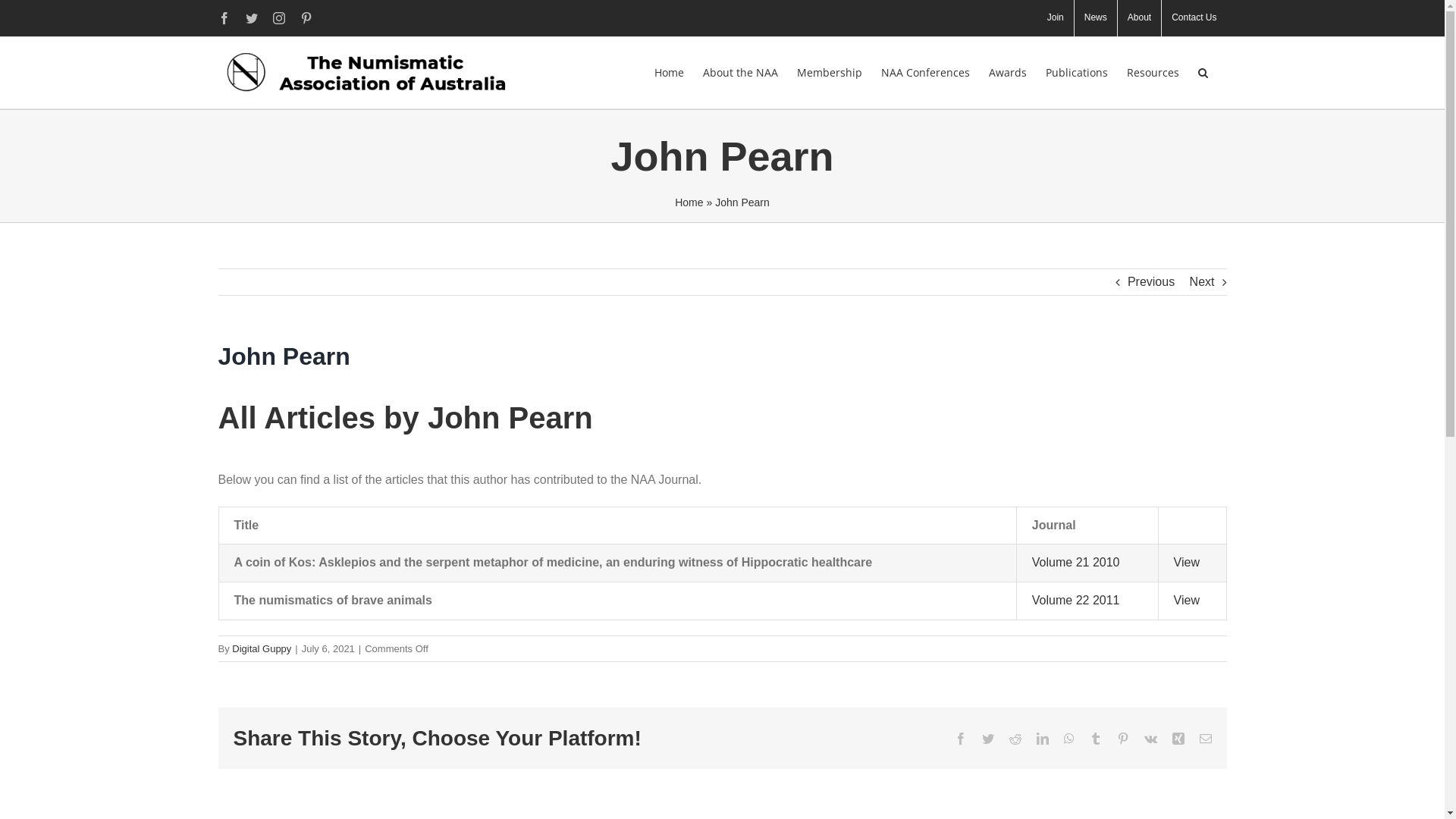 The height and width of the screenshot is (819, 1456). I want to click on 'Awards', so click(1008, 73).